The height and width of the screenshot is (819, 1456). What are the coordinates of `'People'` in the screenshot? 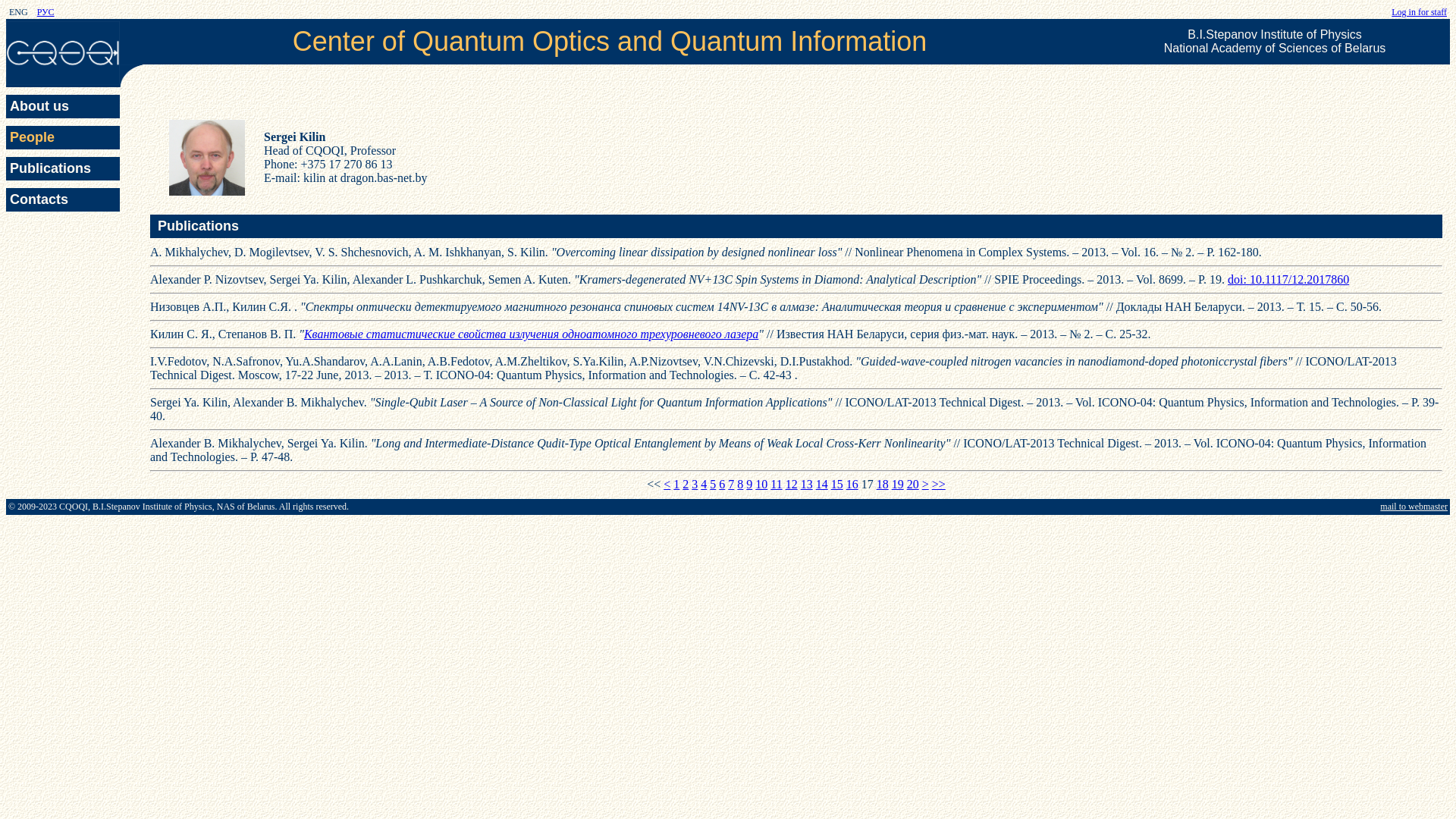 It's located at (6, 137).